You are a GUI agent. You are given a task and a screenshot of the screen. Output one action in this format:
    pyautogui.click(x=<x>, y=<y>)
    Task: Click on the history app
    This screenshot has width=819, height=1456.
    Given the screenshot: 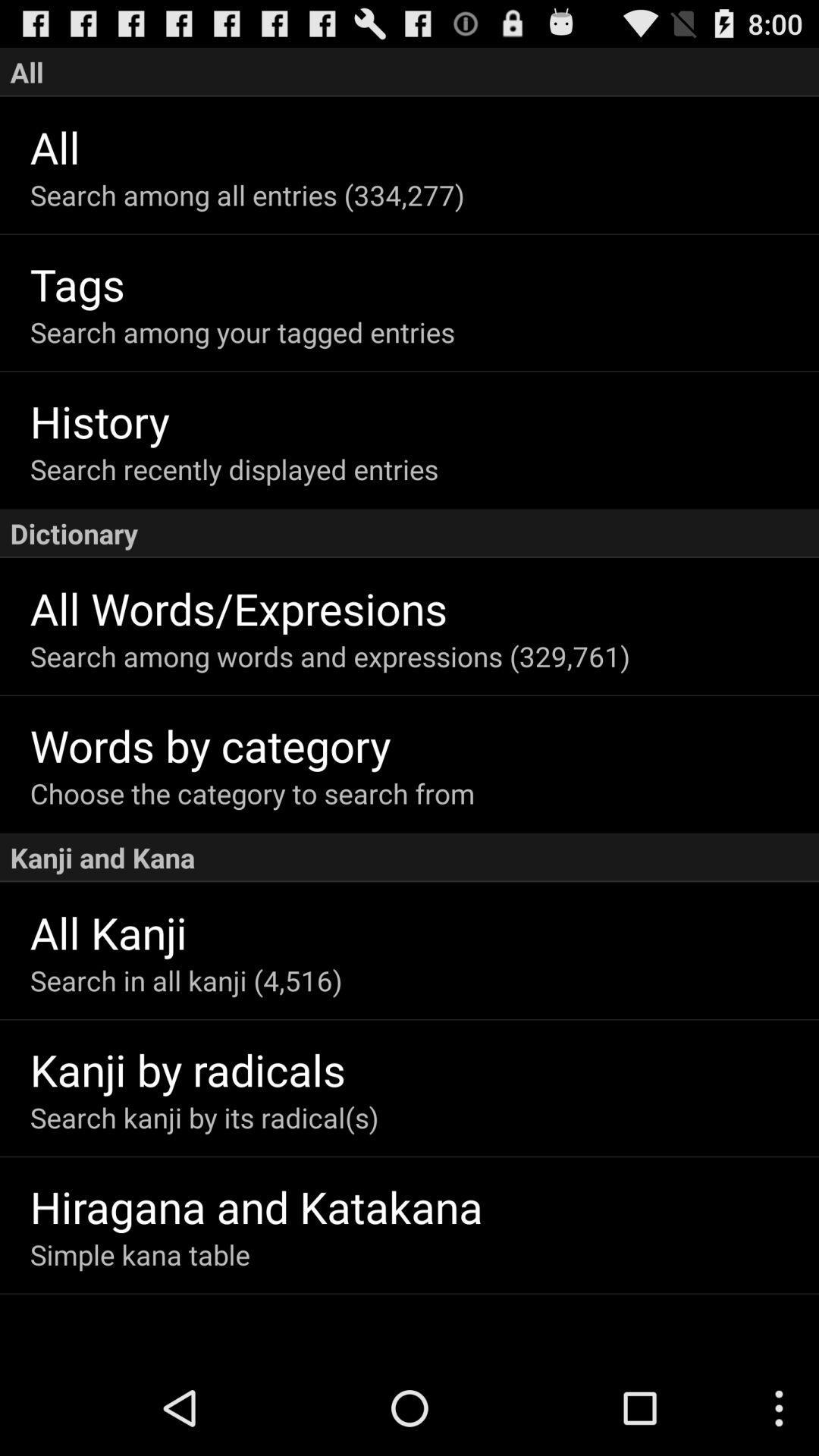 What is the action you would take?
    pyautogui.click(x=424, y=421)
    